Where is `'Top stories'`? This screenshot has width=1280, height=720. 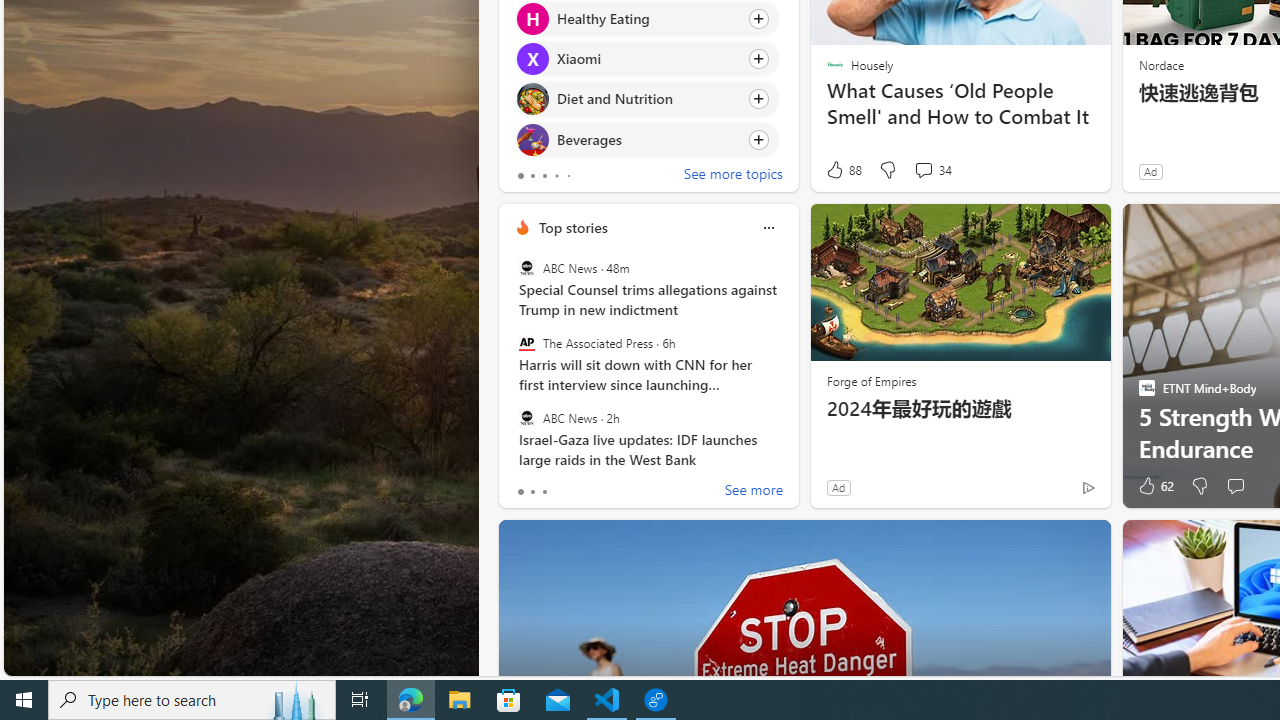 'Top stories' is located at coordinates (571, 226).